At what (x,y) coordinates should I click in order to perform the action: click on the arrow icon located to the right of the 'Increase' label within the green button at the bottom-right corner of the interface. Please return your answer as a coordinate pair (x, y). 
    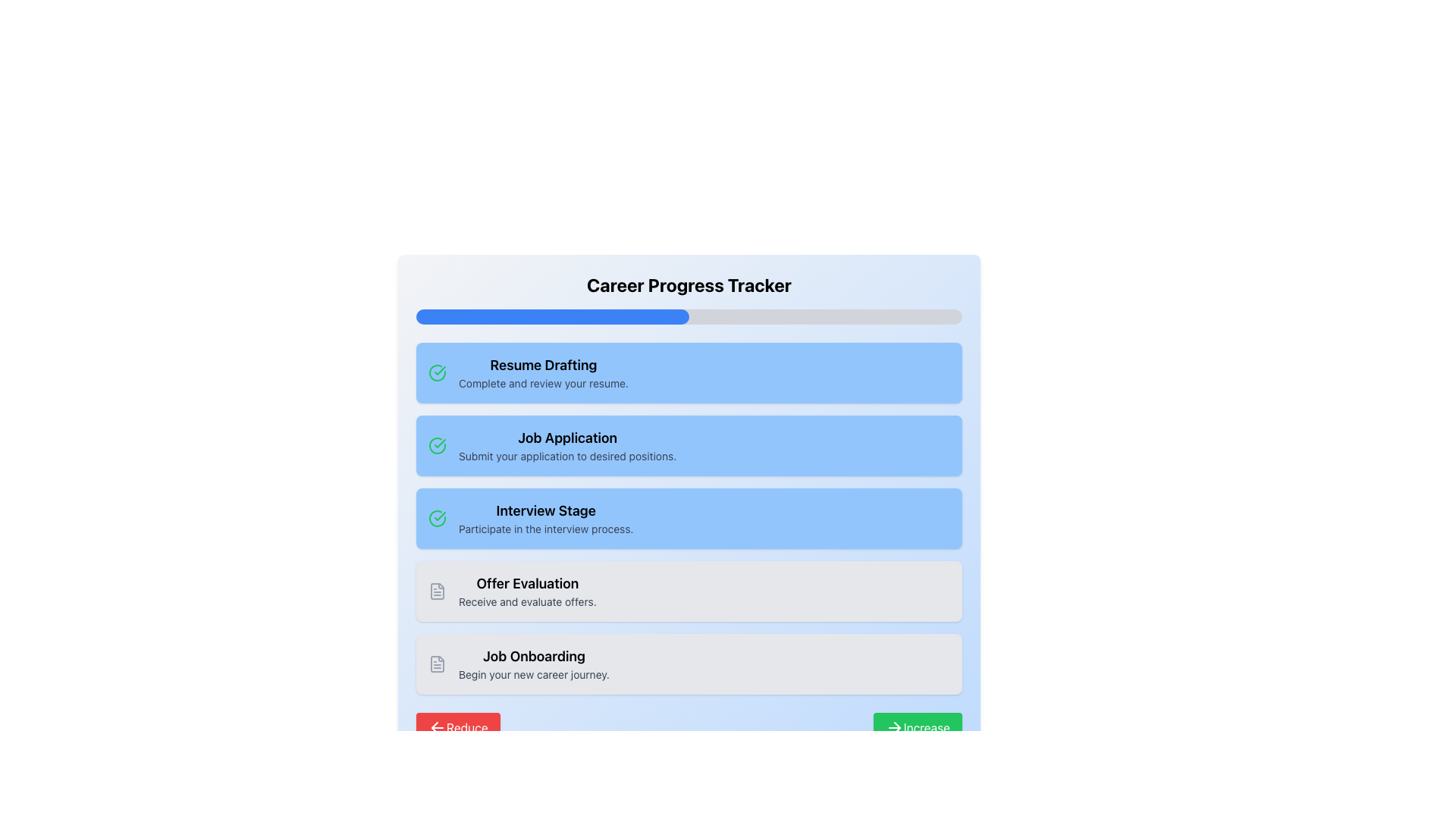
    Looking at the image, I should click on (894, 727).